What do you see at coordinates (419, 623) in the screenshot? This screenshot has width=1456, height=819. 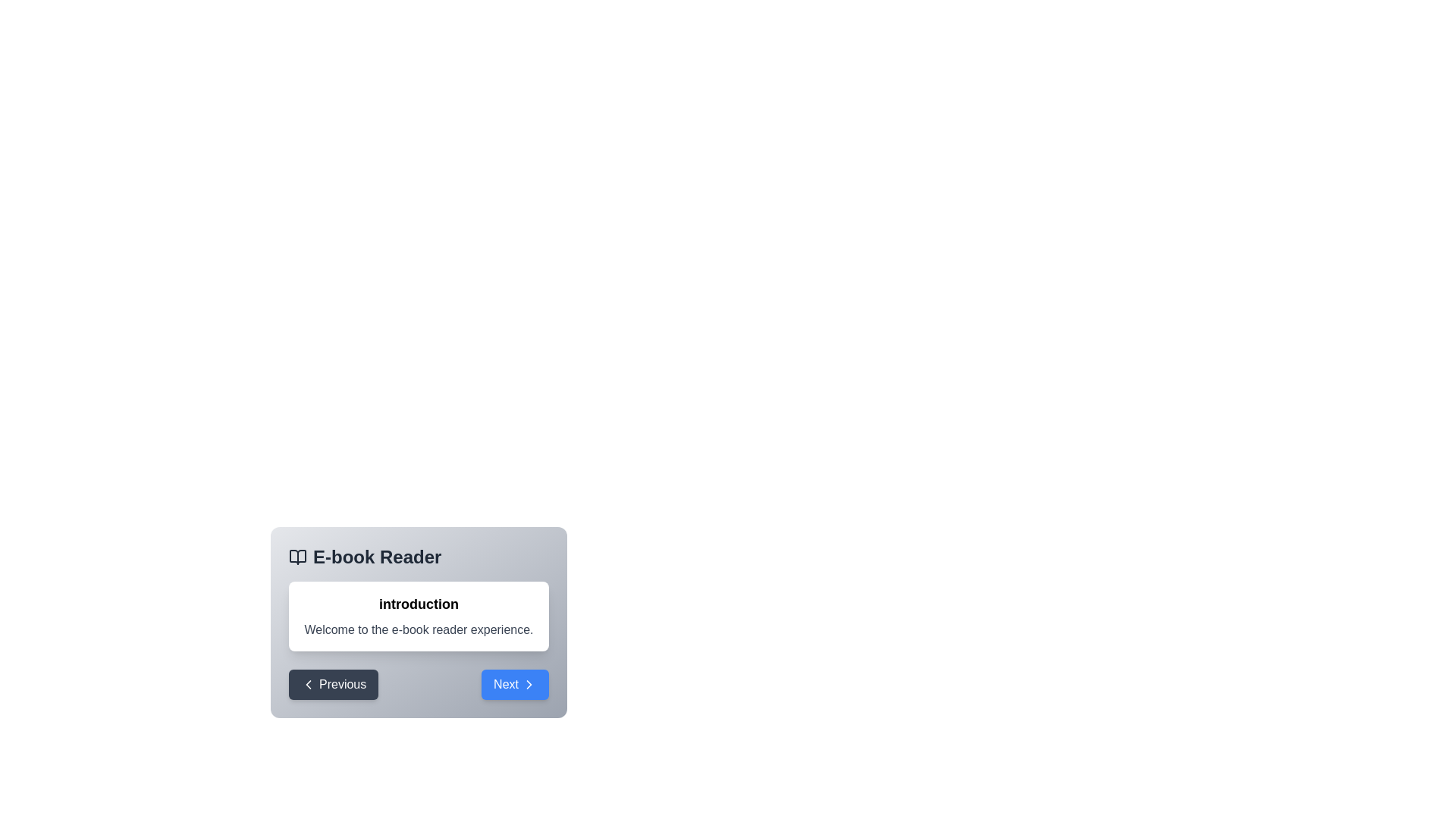 I see `content within the informational panel that displays the text 'introduction' and 'Welcome to the e-book reader experience.'` at bounding box center [419, 623].